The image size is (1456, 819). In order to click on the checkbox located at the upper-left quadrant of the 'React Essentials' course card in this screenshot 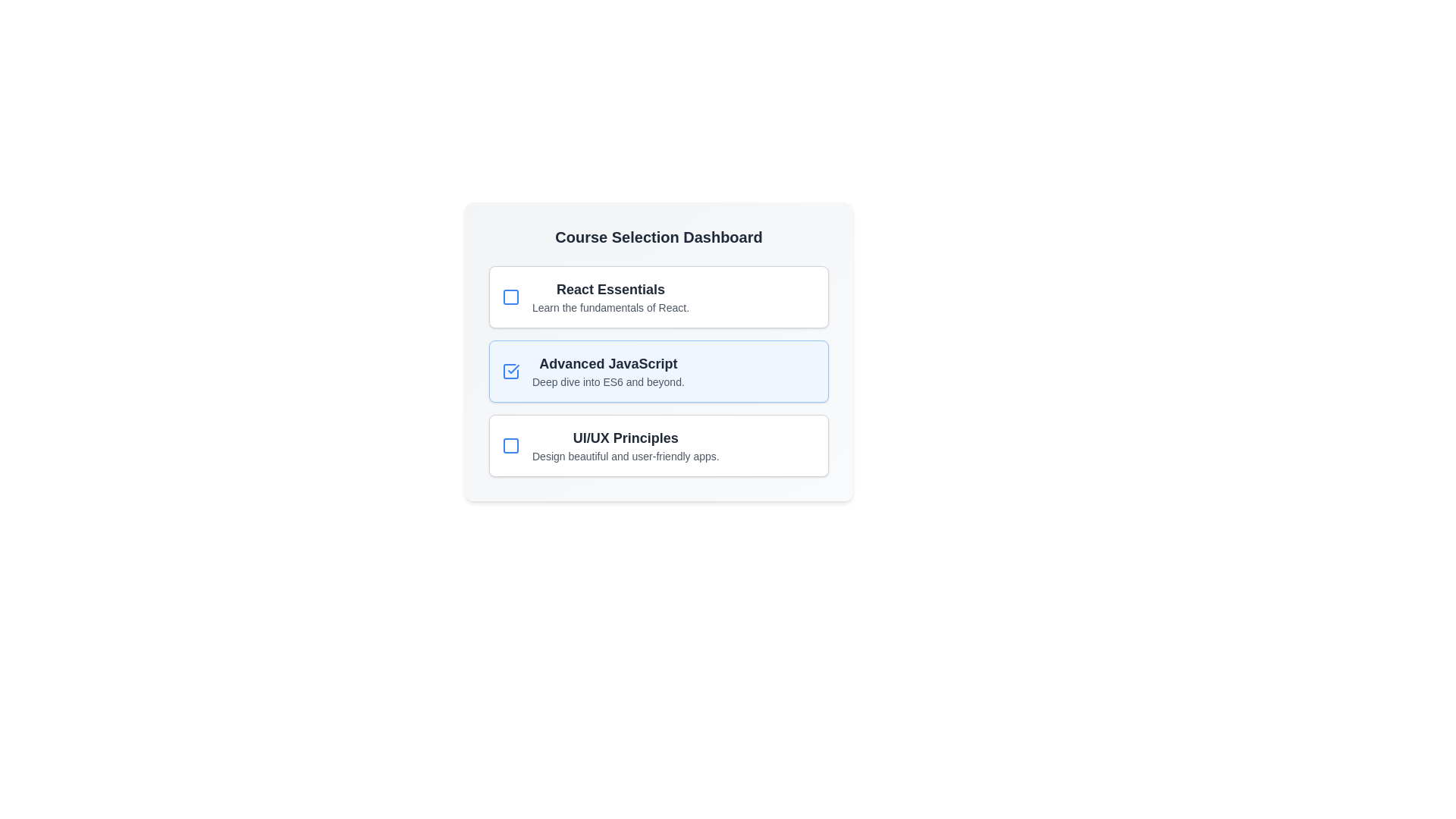, I will do `click(510, 297)`.